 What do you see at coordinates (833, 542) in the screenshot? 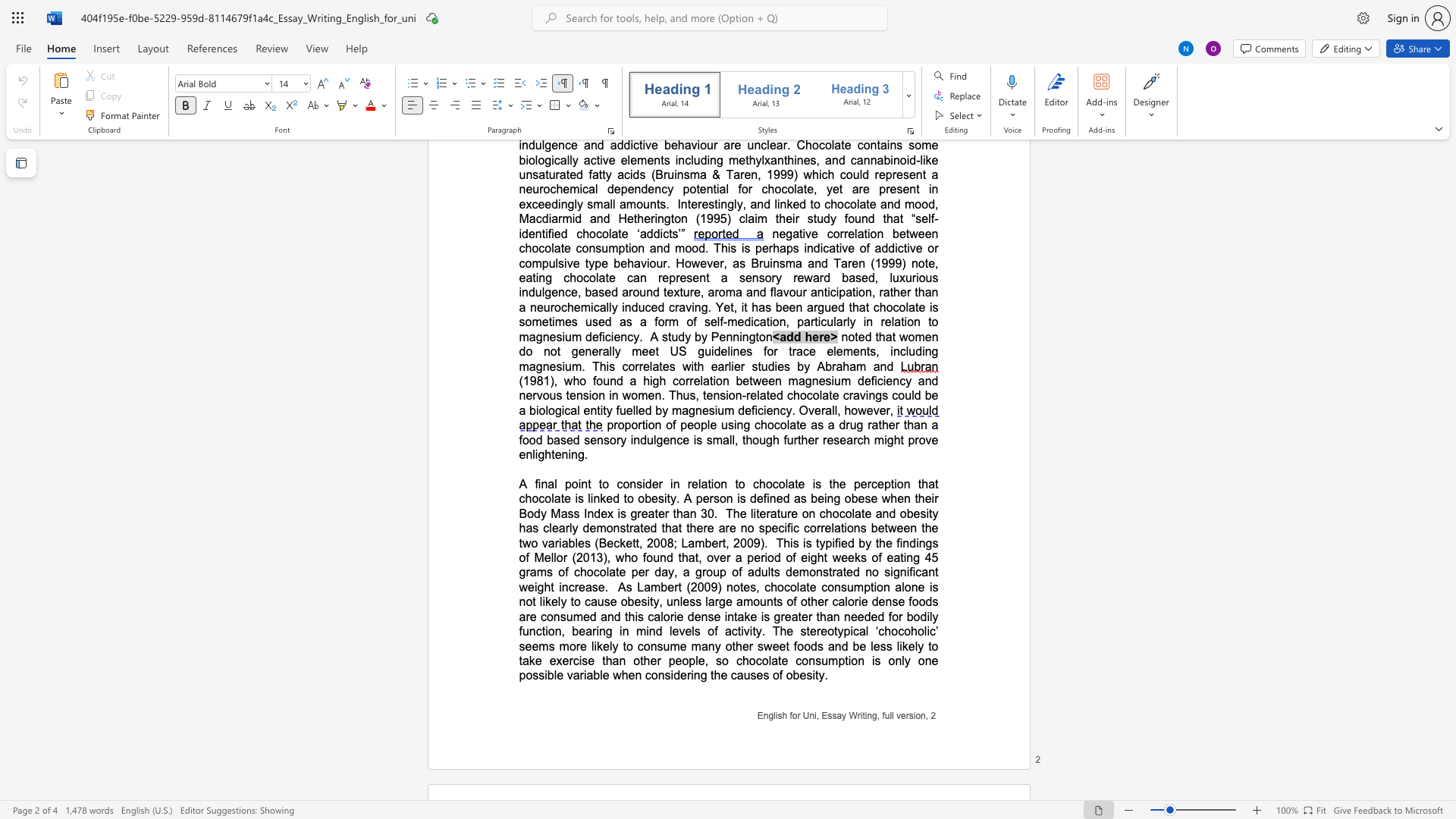
I see `the subset text "fied by the findings of Mellor (2013), who found that, over a period of eight weeks of eating 45 grams of chocolate per day, a group of a" within the text "This is typified by the findings of Mellor (2013), who found that, over a period of eight weeks of eating 45 grams of chocolate per day, a group of adults"` at bounding box center [833, 542].